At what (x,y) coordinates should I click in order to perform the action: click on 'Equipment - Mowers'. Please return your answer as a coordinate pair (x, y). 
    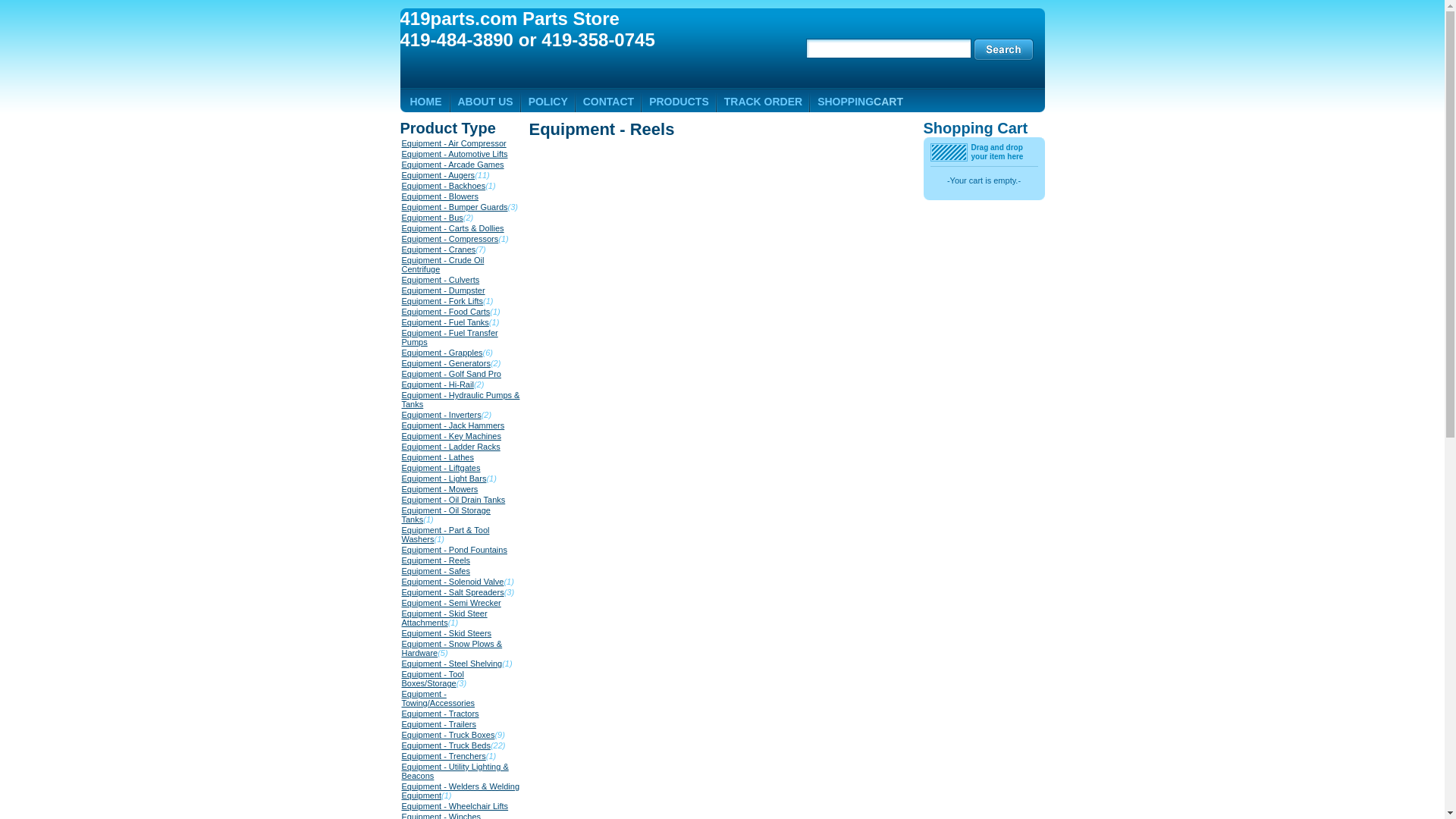
    Looking at the image, I should click on (401, 488).